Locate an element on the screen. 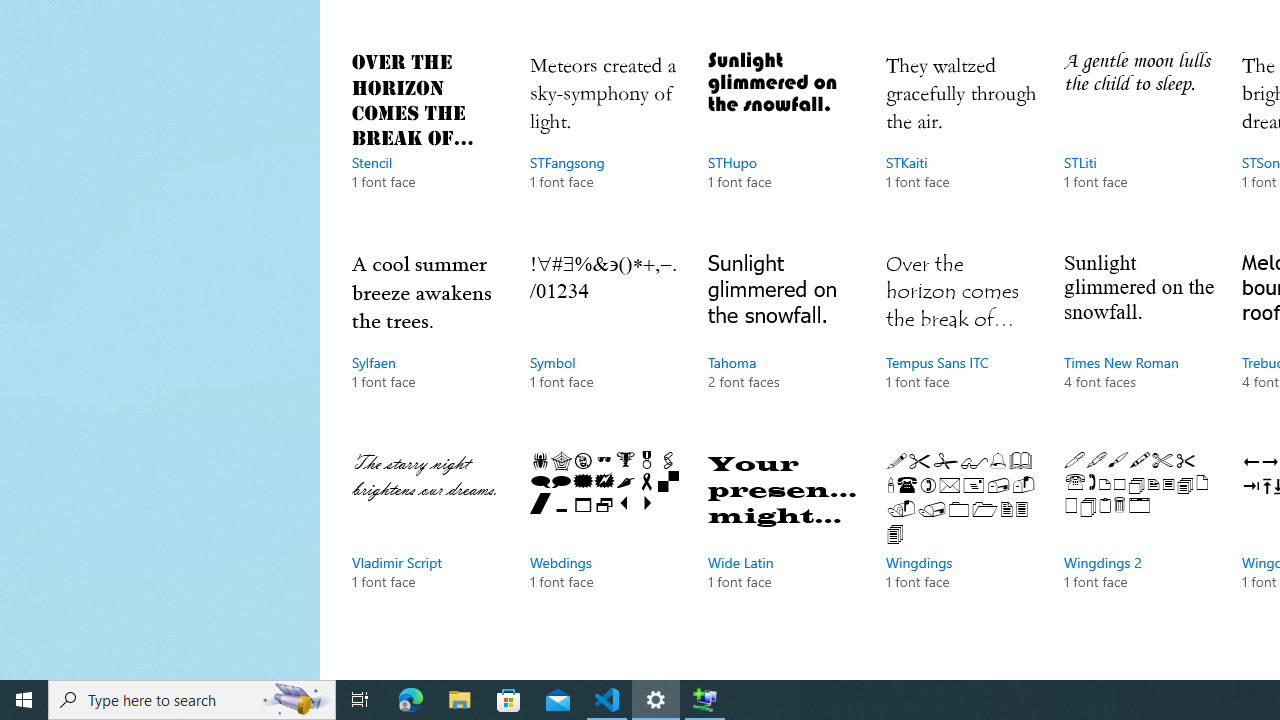 Image resolution: width=1280 pixels, height=720 pixels. 'Microsoft Store' is located at coordinates (509, 698).